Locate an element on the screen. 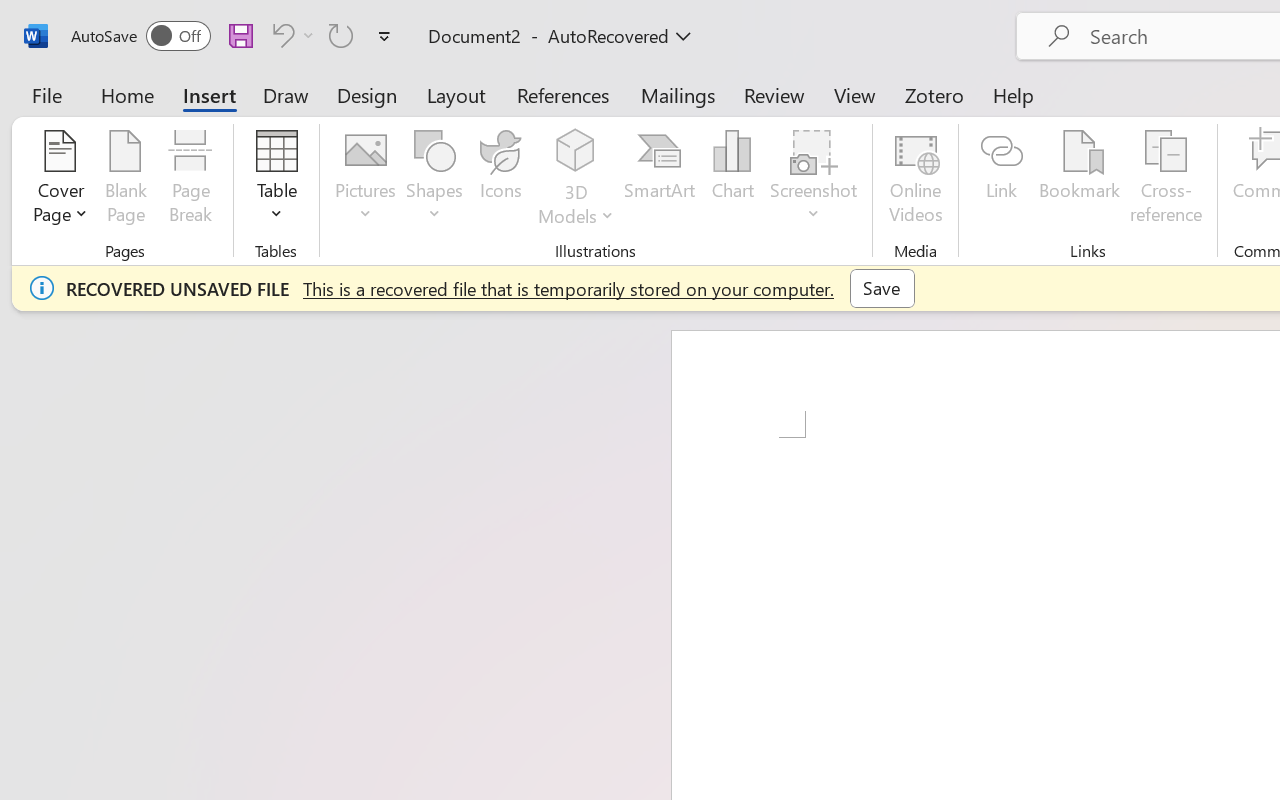 Image resolution: width=1280 pixels, height=800 pixels. 'SmartArt...' is located at coordinates (659, 179).